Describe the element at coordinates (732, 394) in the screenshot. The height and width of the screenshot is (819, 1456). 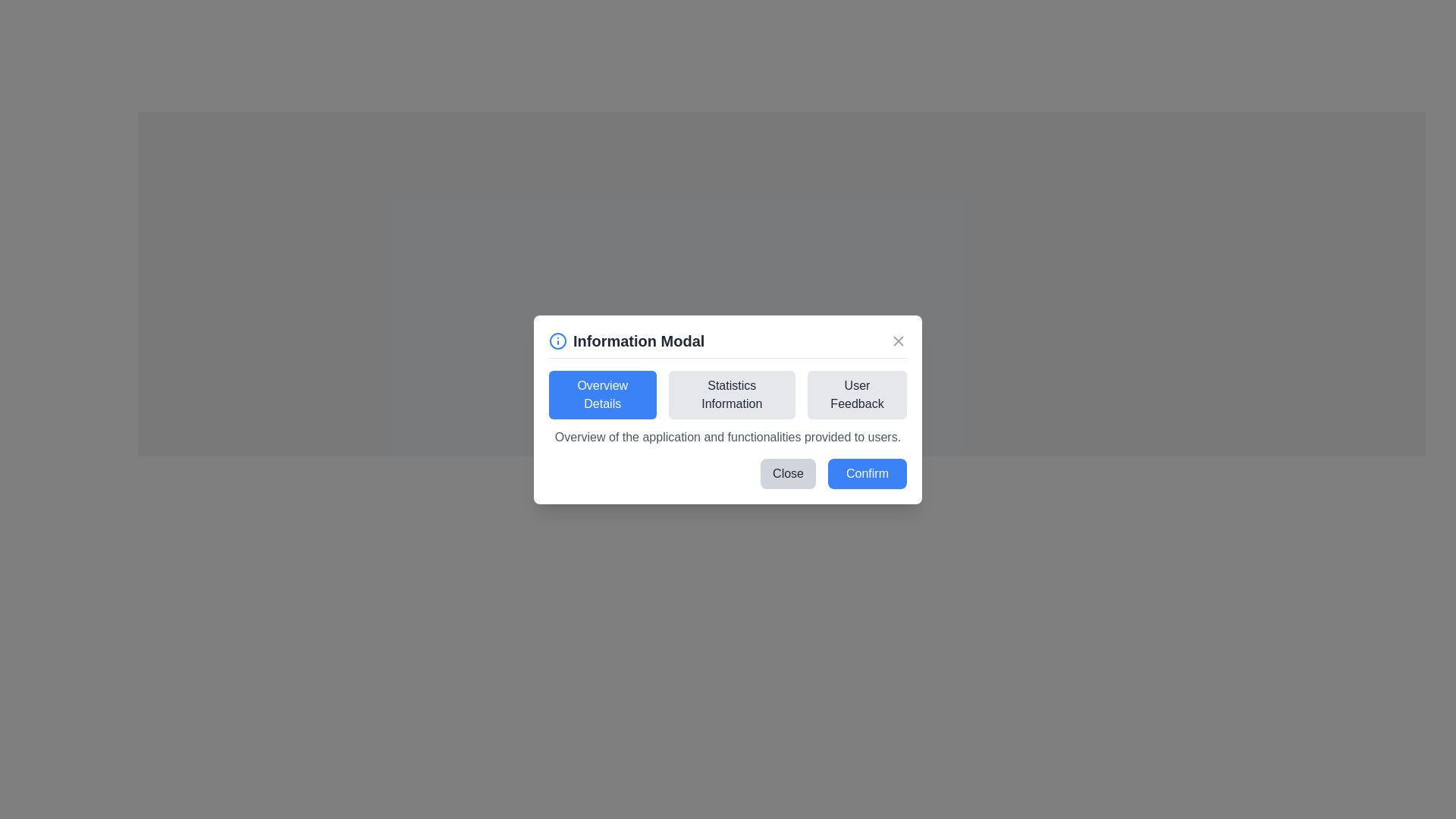
I see `the second button in a group of three buttons, located between 'Overview Details' and 'User Feedback'` at that location.